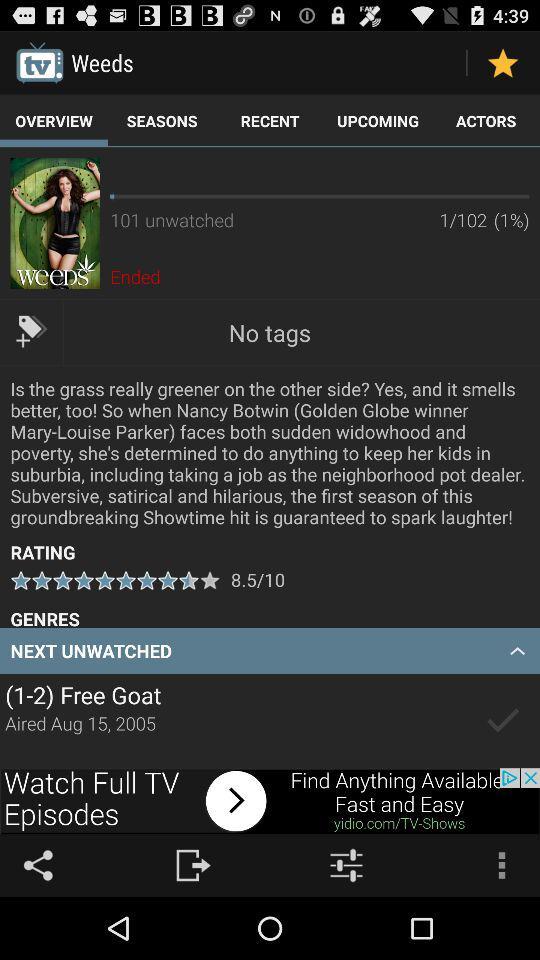 The height and width of the screenshot is (960, 540). What do you see at coordinates (55, 223) in the screenshot?
I see `more information on the movie` at bounding box center [55, 223].